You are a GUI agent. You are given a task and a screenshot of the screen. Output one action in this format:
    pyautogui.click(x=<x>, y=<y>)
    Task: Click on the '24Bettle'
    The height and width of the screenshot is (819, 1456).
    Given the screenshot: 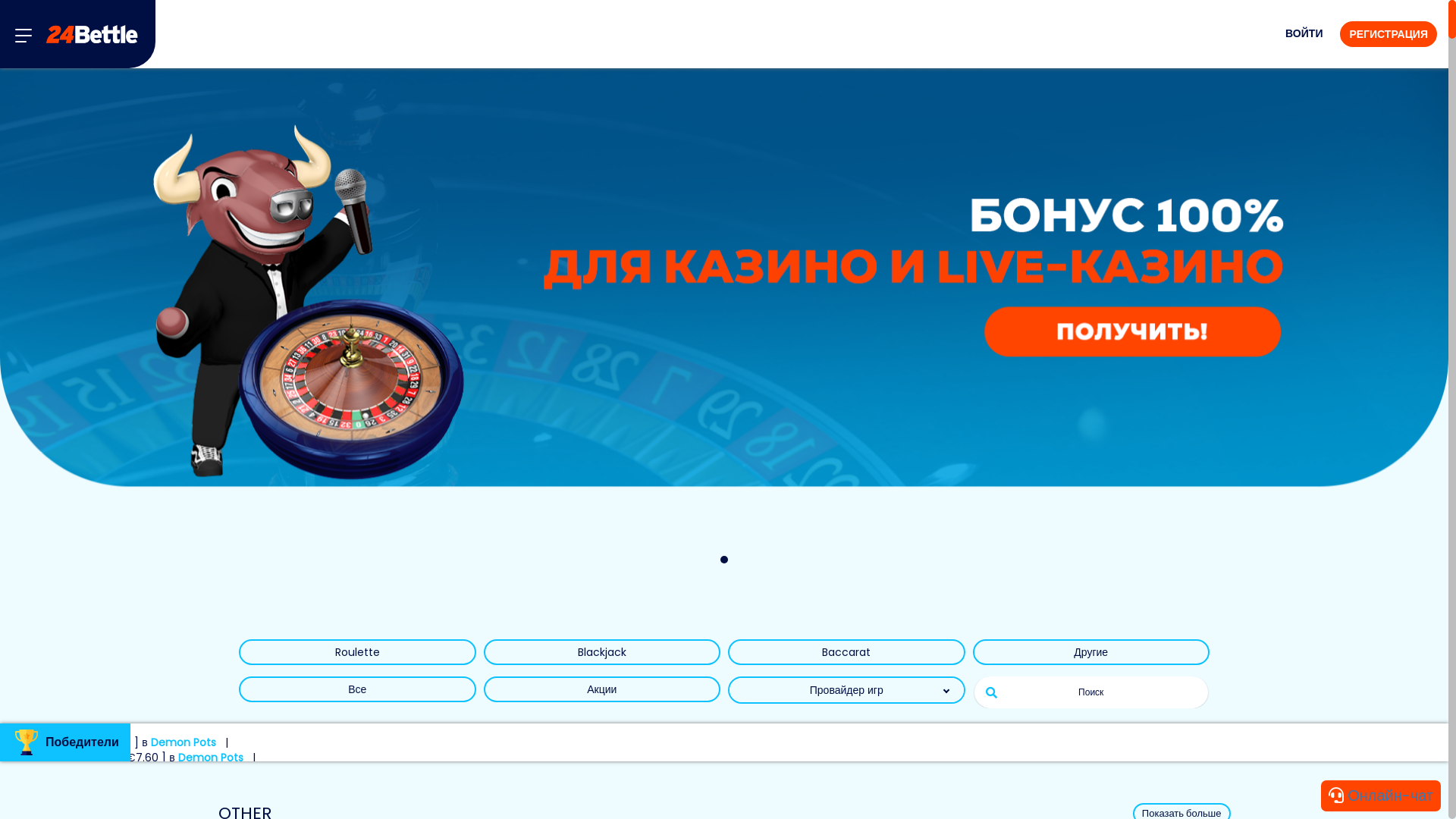 What is the action you would take?
    pyautogui.click(x=90, y=34)
    